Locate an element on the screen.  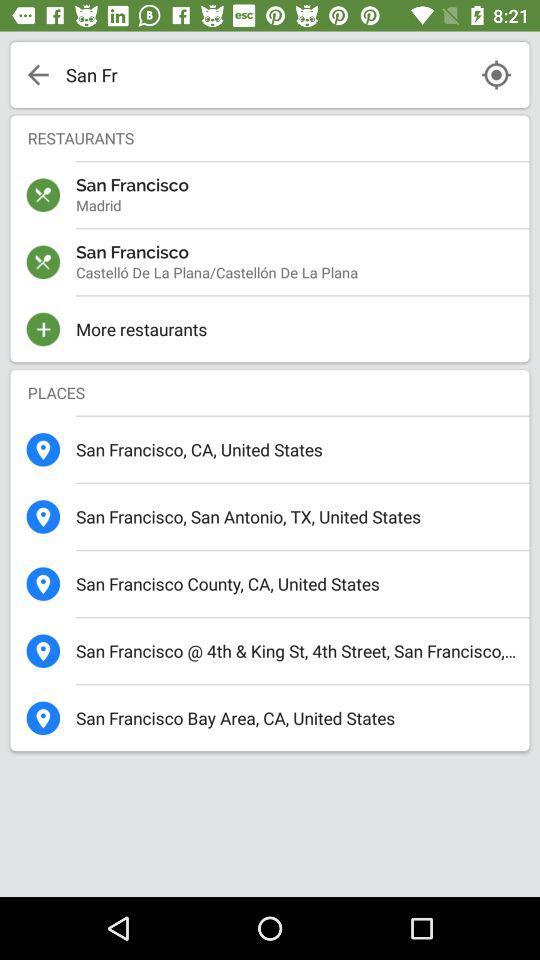
previous page is located at coordinates (38, 74).